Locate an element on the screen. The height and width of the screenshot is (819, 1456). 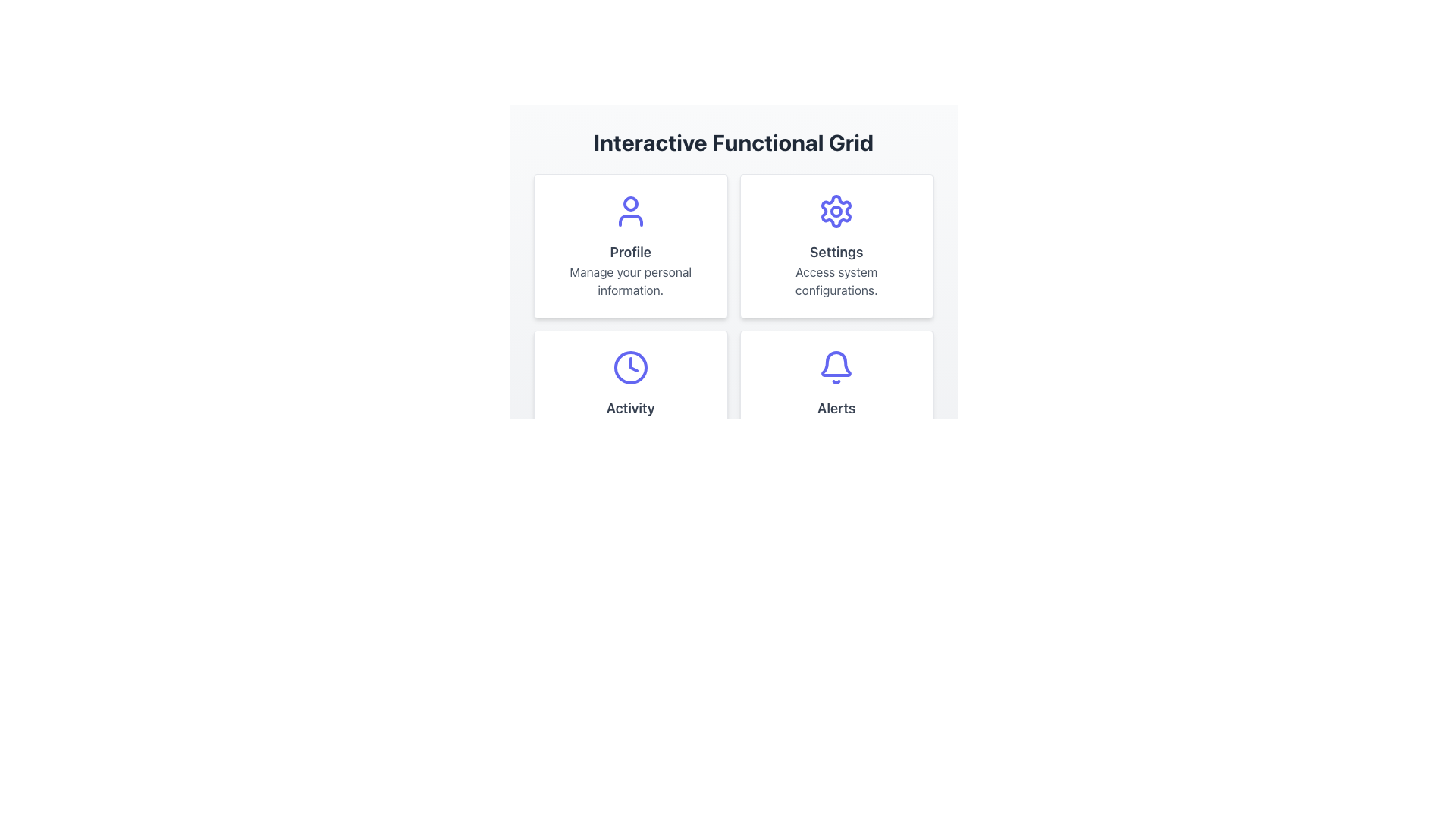
the 'Alerts' text label located in the lower-right box of the four-tile grid, which is displayed in a bold, centered gray font, below a bell icon is located at coordinates (836, 408).